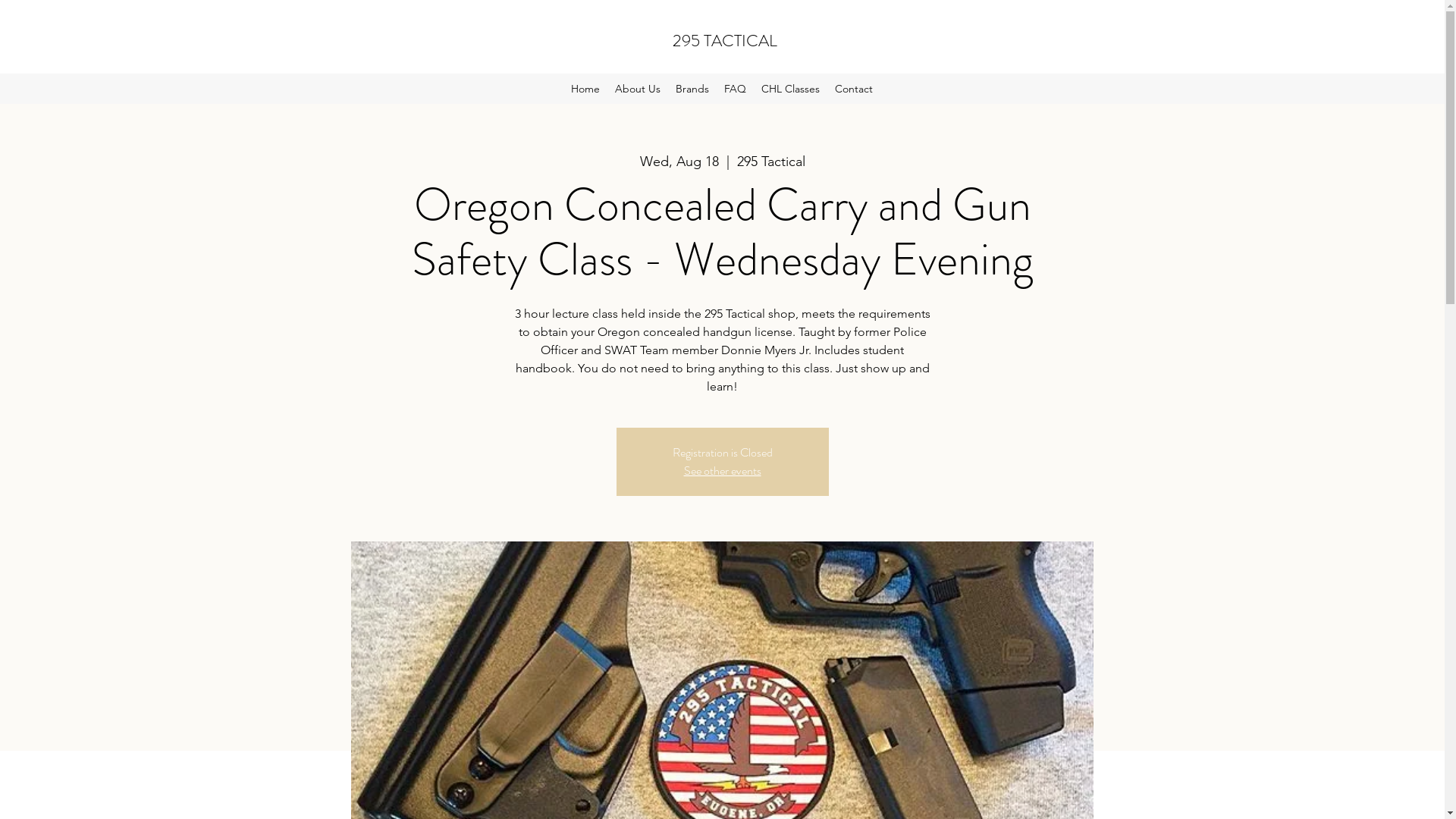  What do you see at coordinates (735, 88) in the screenshot?
I see `'FAQ'` at bounding box center [735, 88].